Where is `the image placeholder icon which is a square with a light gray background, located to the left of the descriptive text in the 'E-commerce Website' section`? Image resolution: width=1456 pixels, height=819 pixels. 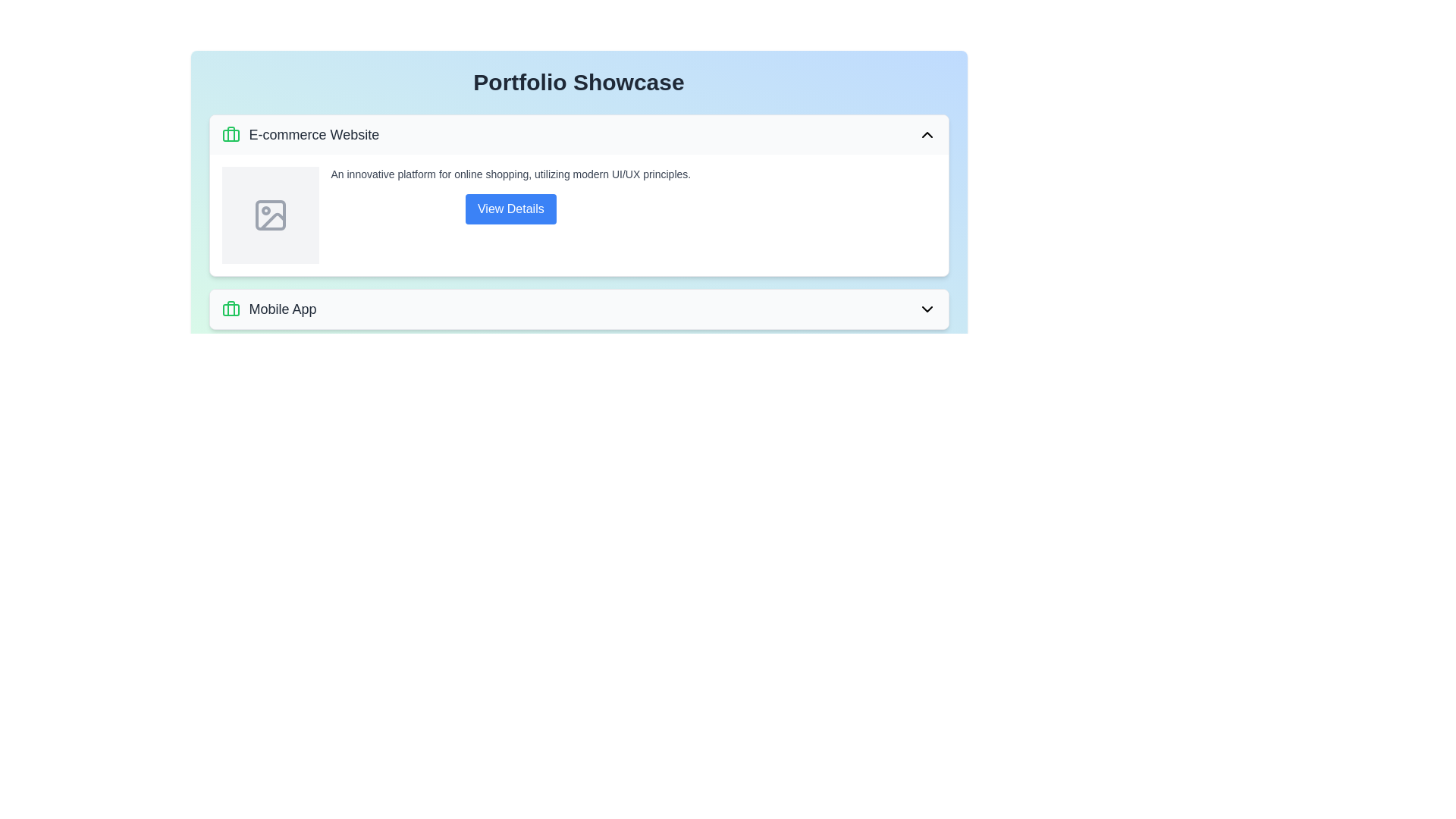
the image placeholder icon which is a square with a light gray background, located to the left of the descriptive text in the 'E-commerce Website' section is located at coordinates (270, 215).